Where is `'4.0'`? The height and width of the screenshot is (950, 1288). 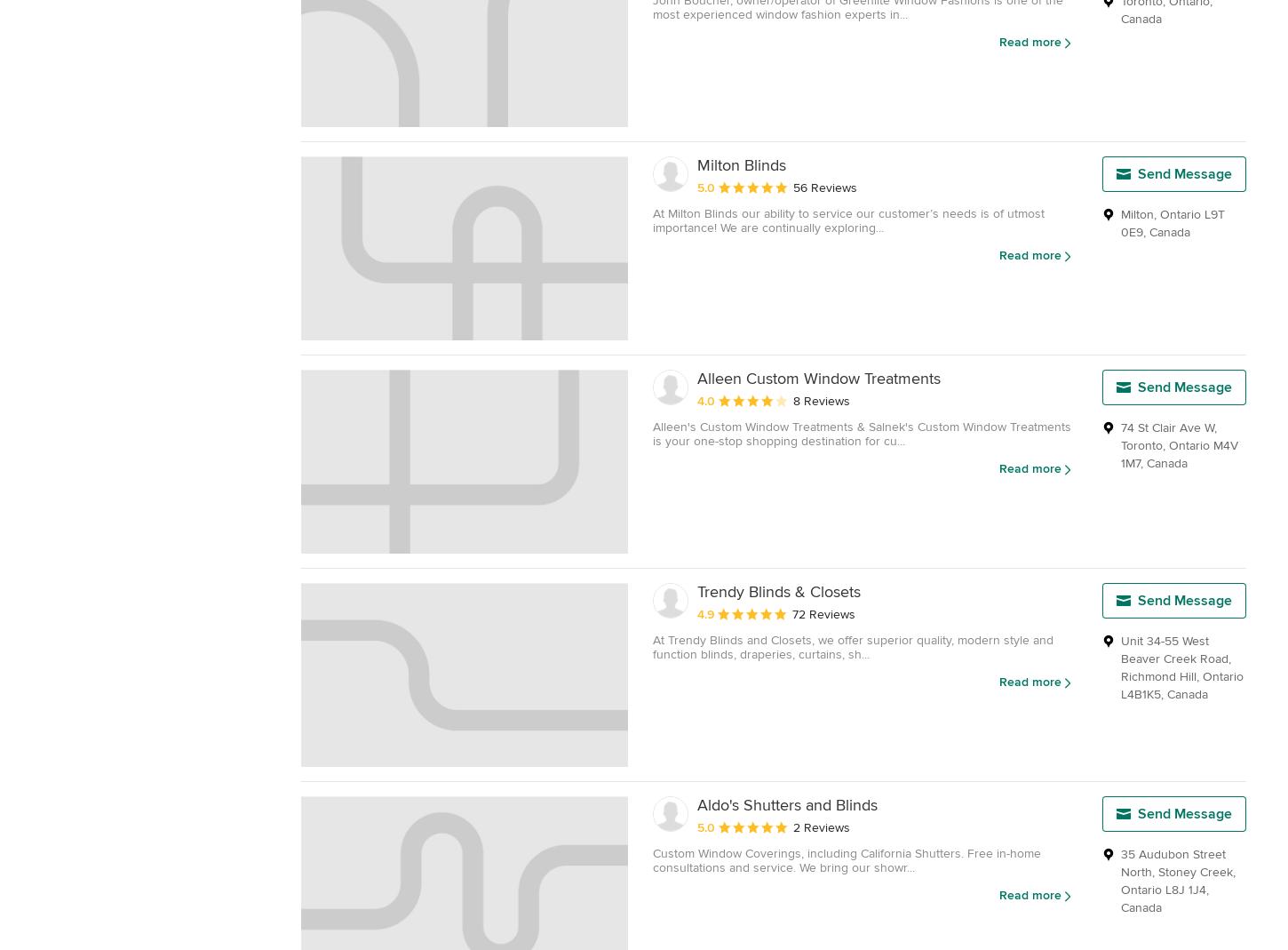 '4.0' is located at coordinates (697, 399).